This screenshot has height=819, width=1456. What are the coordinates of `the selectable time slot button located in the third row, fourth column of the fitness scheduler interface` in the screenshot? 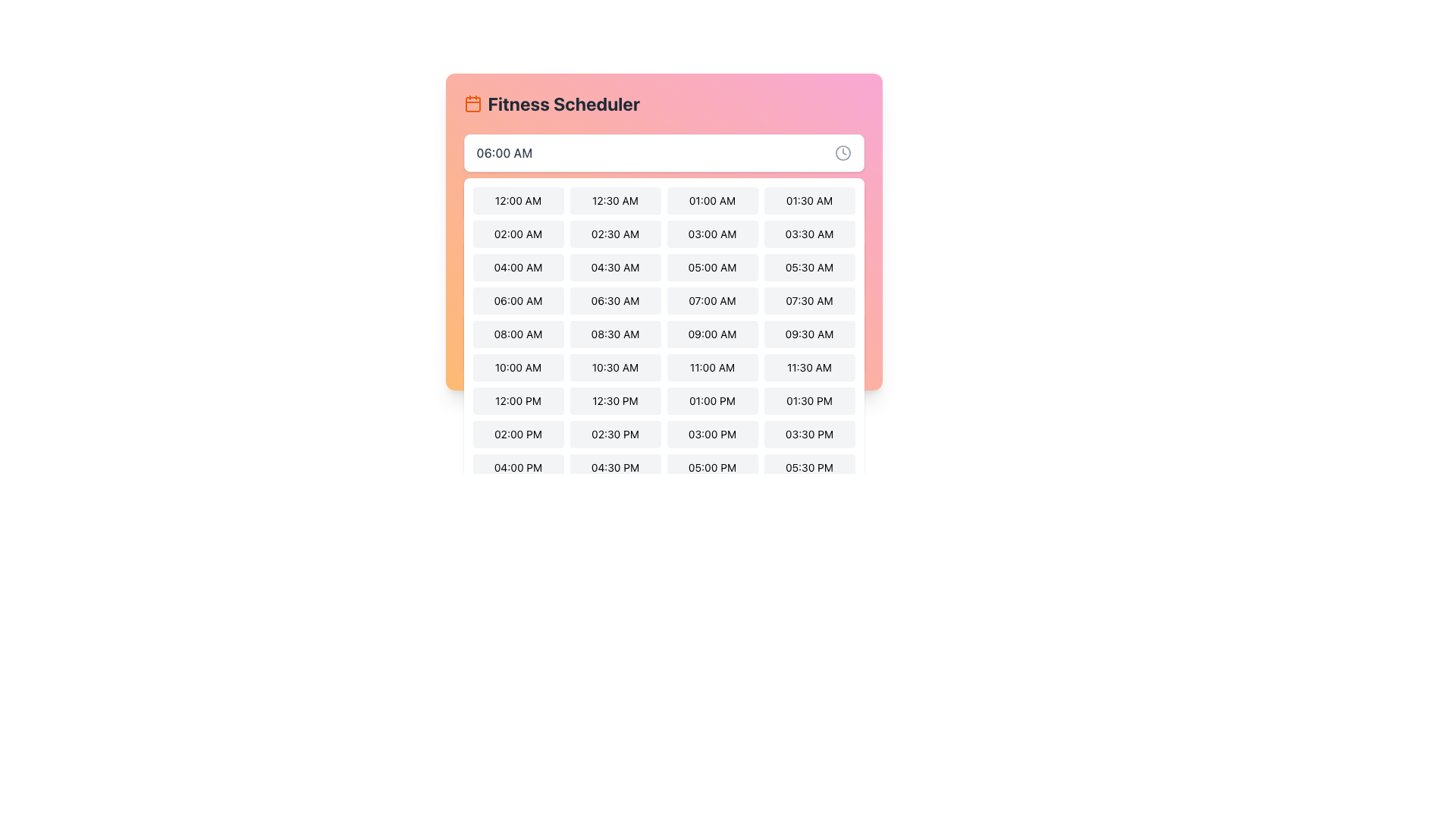 It's located at (808, 267).